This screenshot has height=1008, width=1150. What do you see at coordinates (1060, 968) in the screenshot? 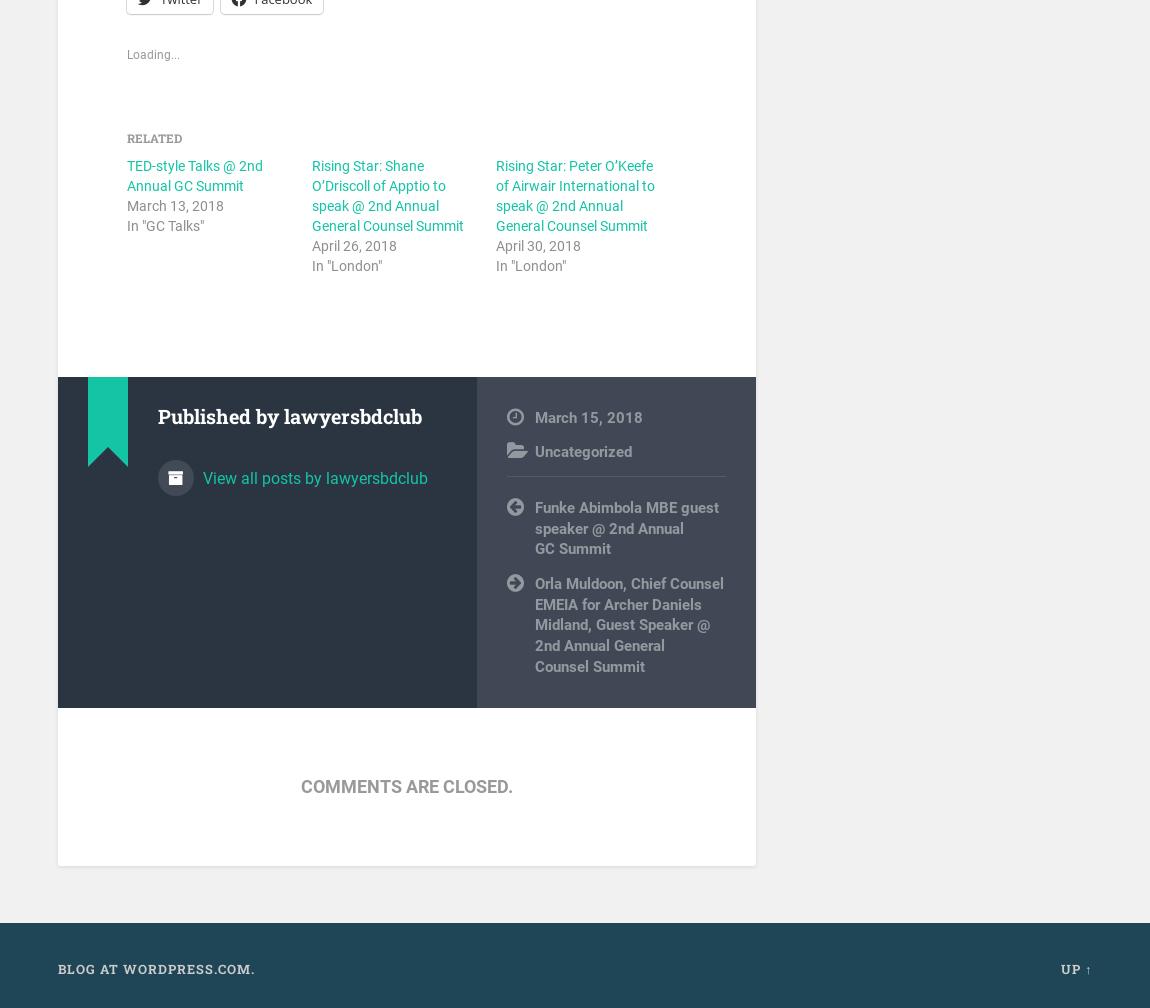
I see `'Up ↑'` at bounding box center [1060, 968].